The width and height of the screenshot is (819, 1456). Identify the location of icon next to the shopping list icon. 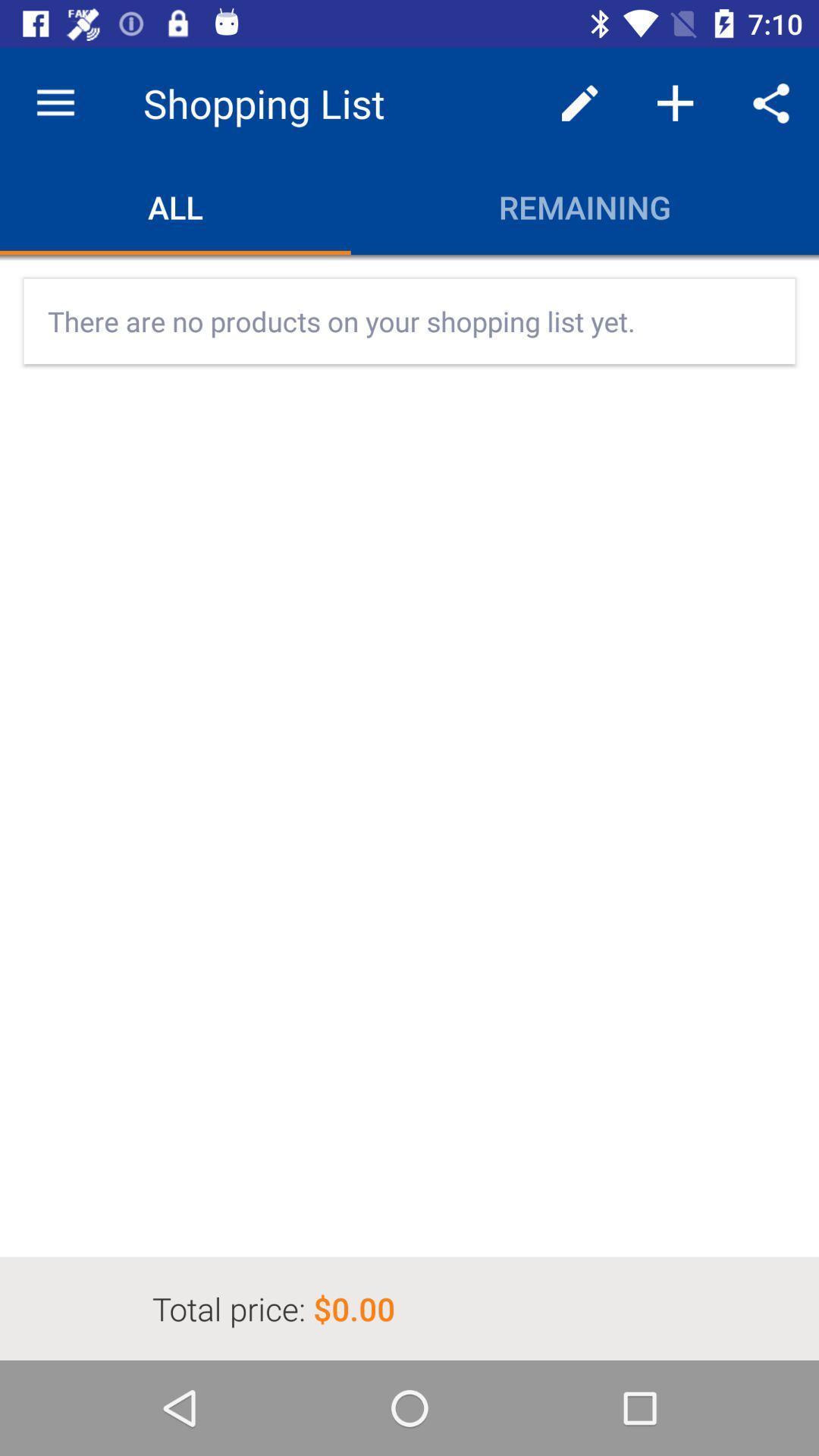
(579, 102).